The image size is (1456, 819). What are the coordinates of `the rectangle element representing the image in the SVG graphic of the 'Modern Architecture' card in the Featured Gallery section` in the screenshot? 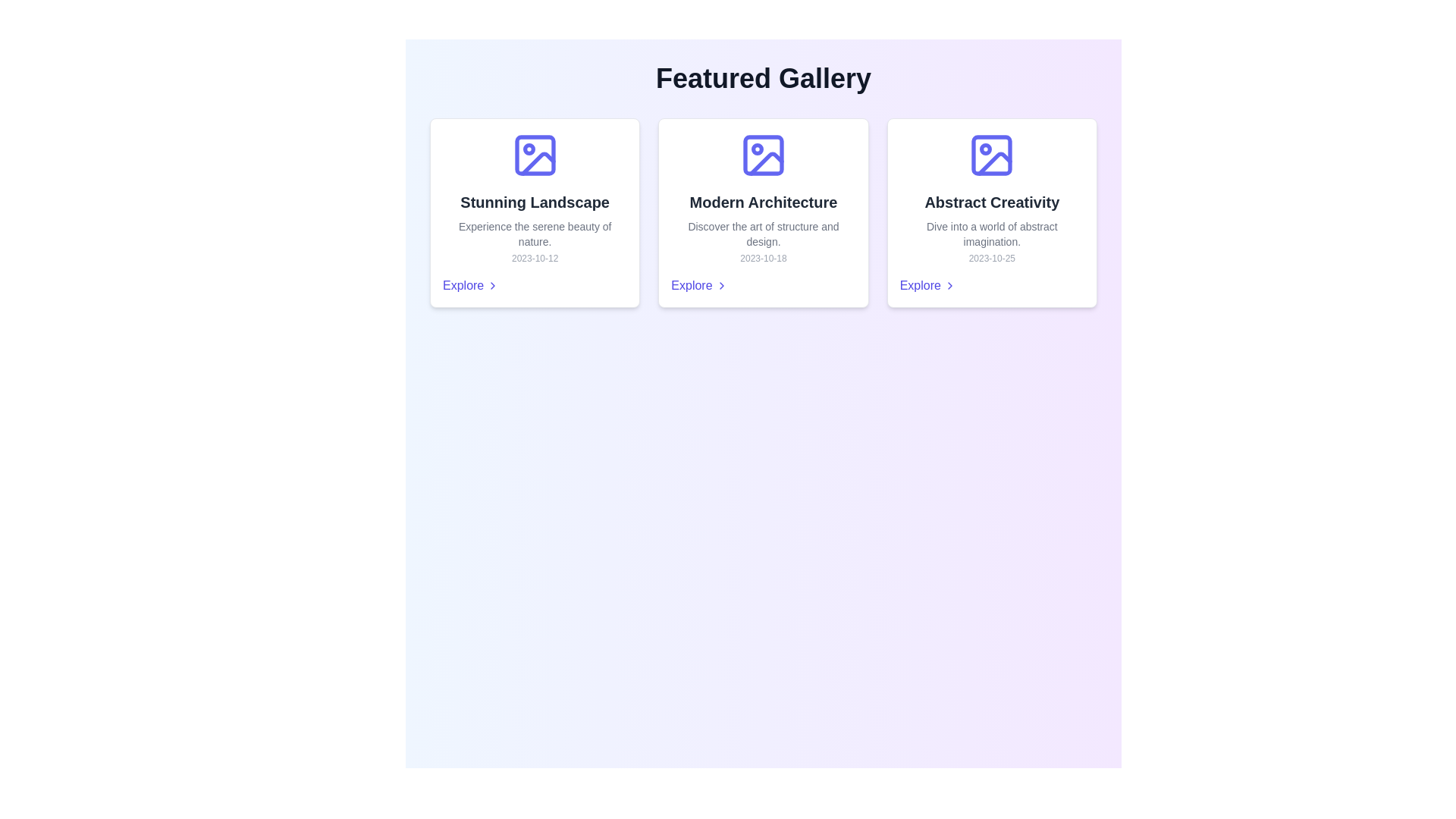 It's located at (764, 155).